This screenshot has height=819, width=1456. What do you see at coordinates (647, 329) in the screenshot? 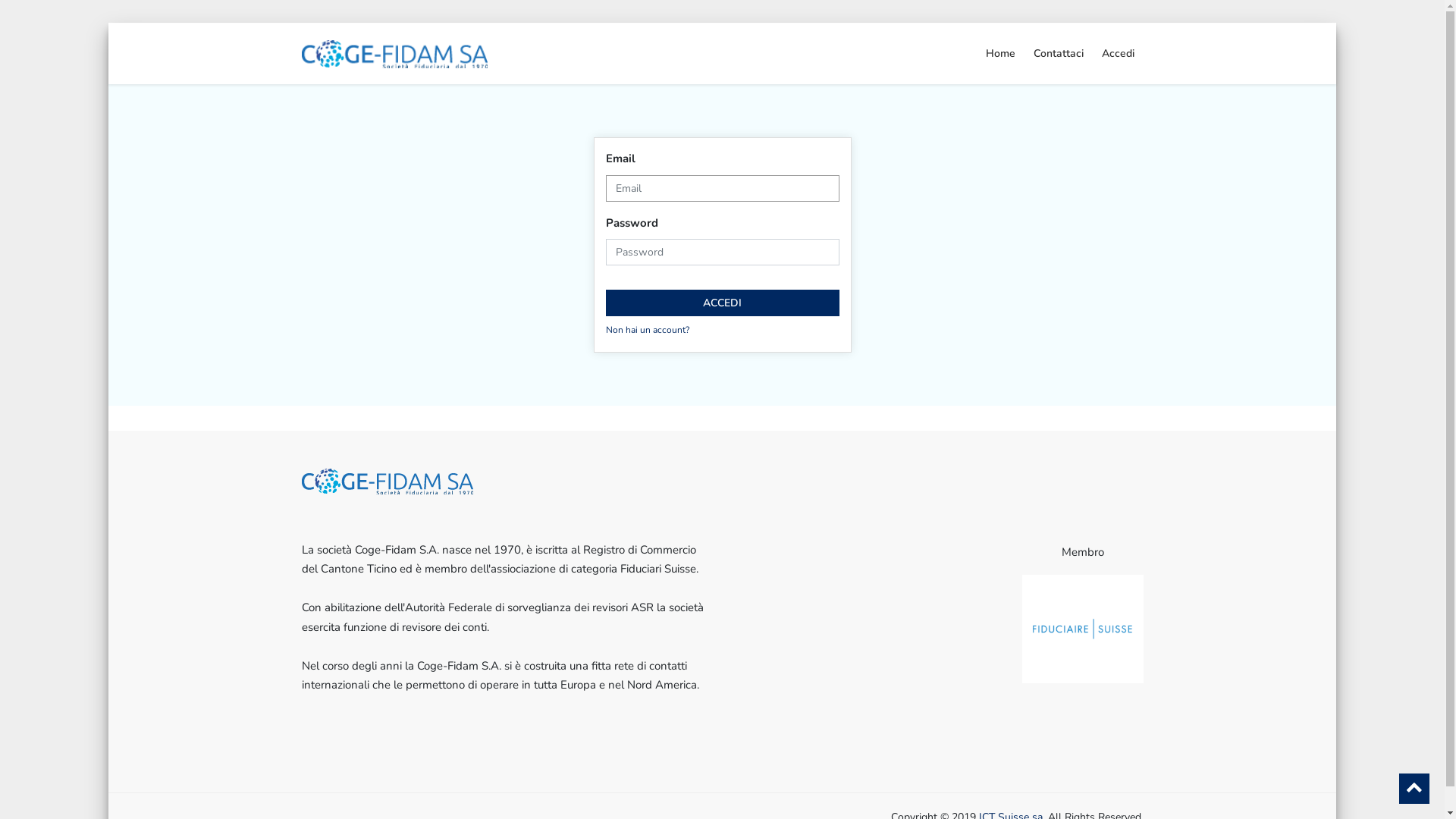
I see `'Non hai un account?'` at bounding box center [647, 329].